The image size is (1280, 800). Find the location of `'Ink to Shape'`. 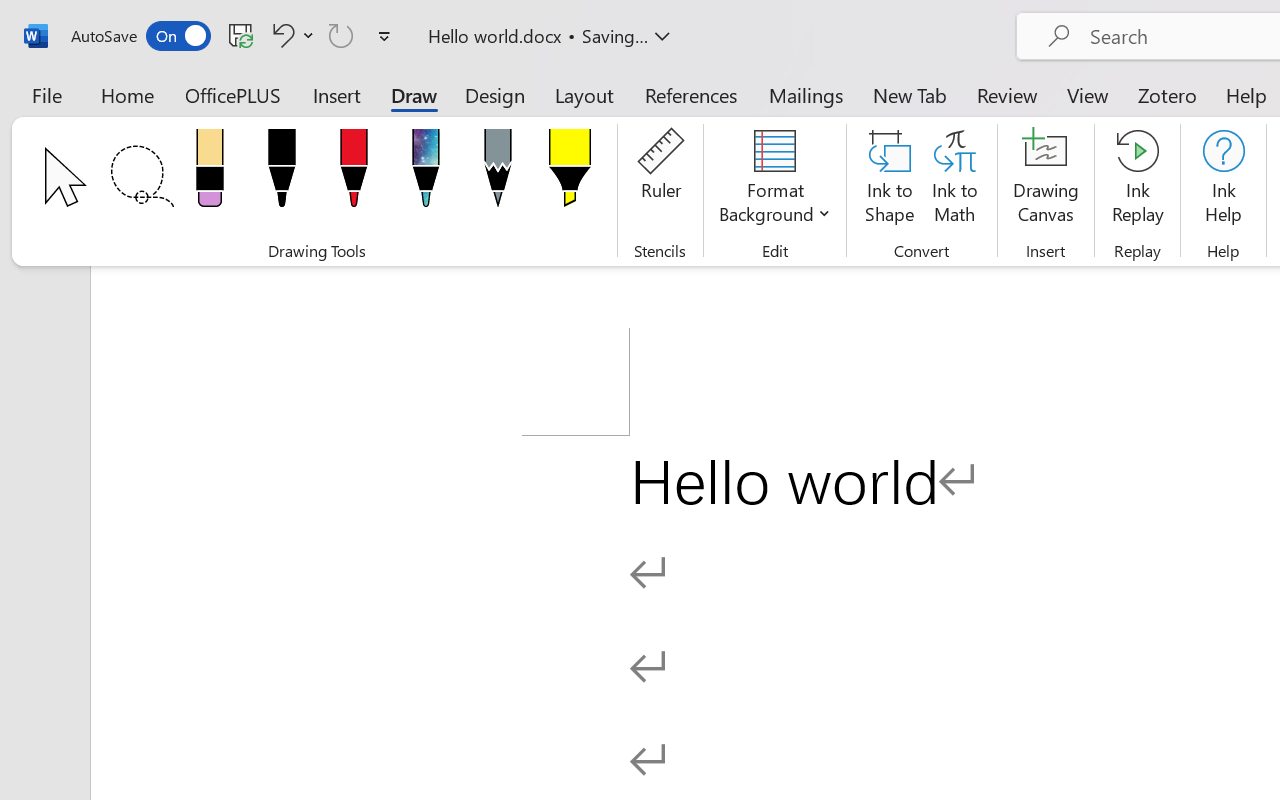

'Ink to Shape' is located at coordinates (889, 179).